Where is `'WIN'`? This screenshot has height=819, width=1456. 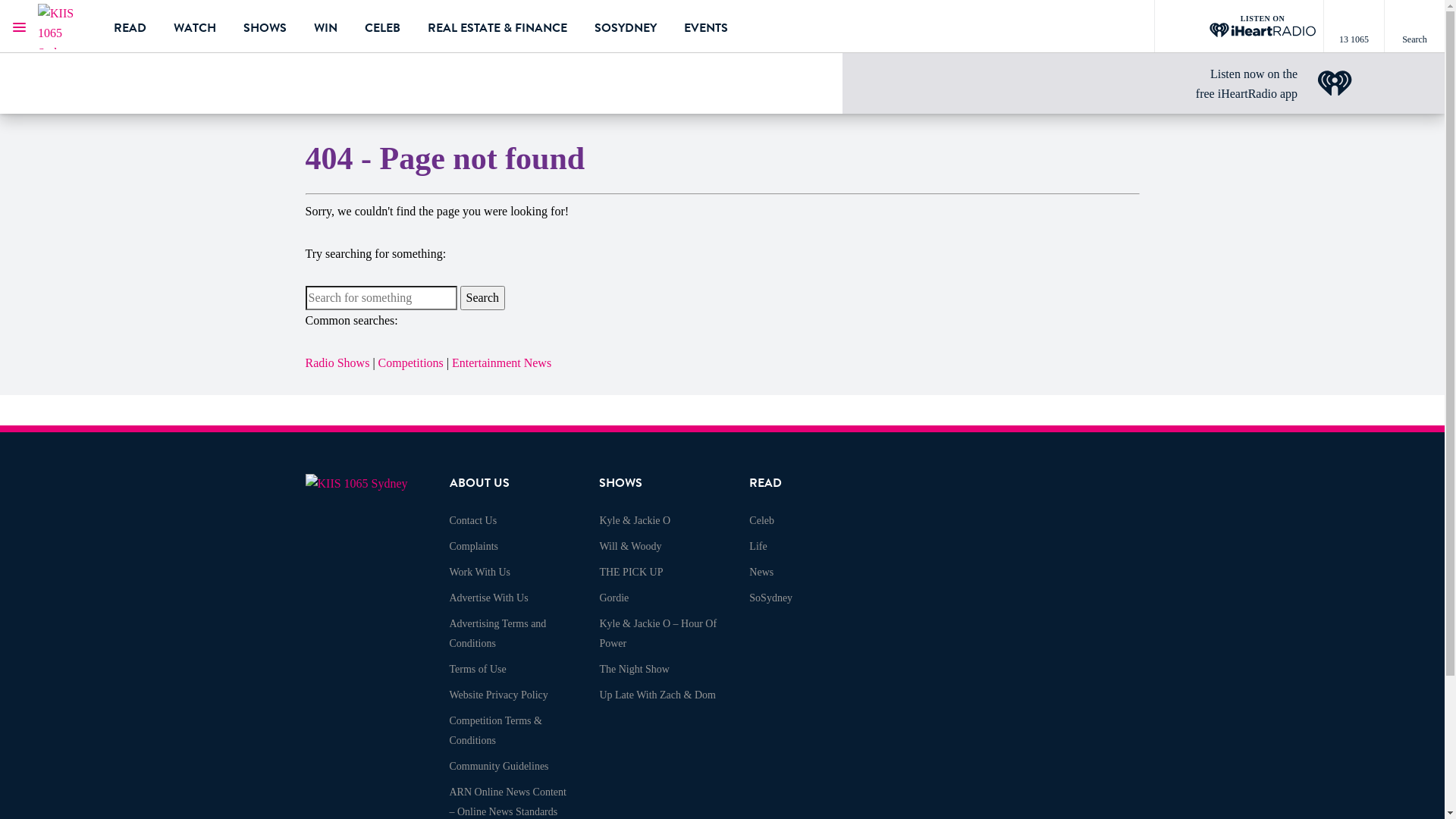
'WIN' is located at coordinates (325, 26).